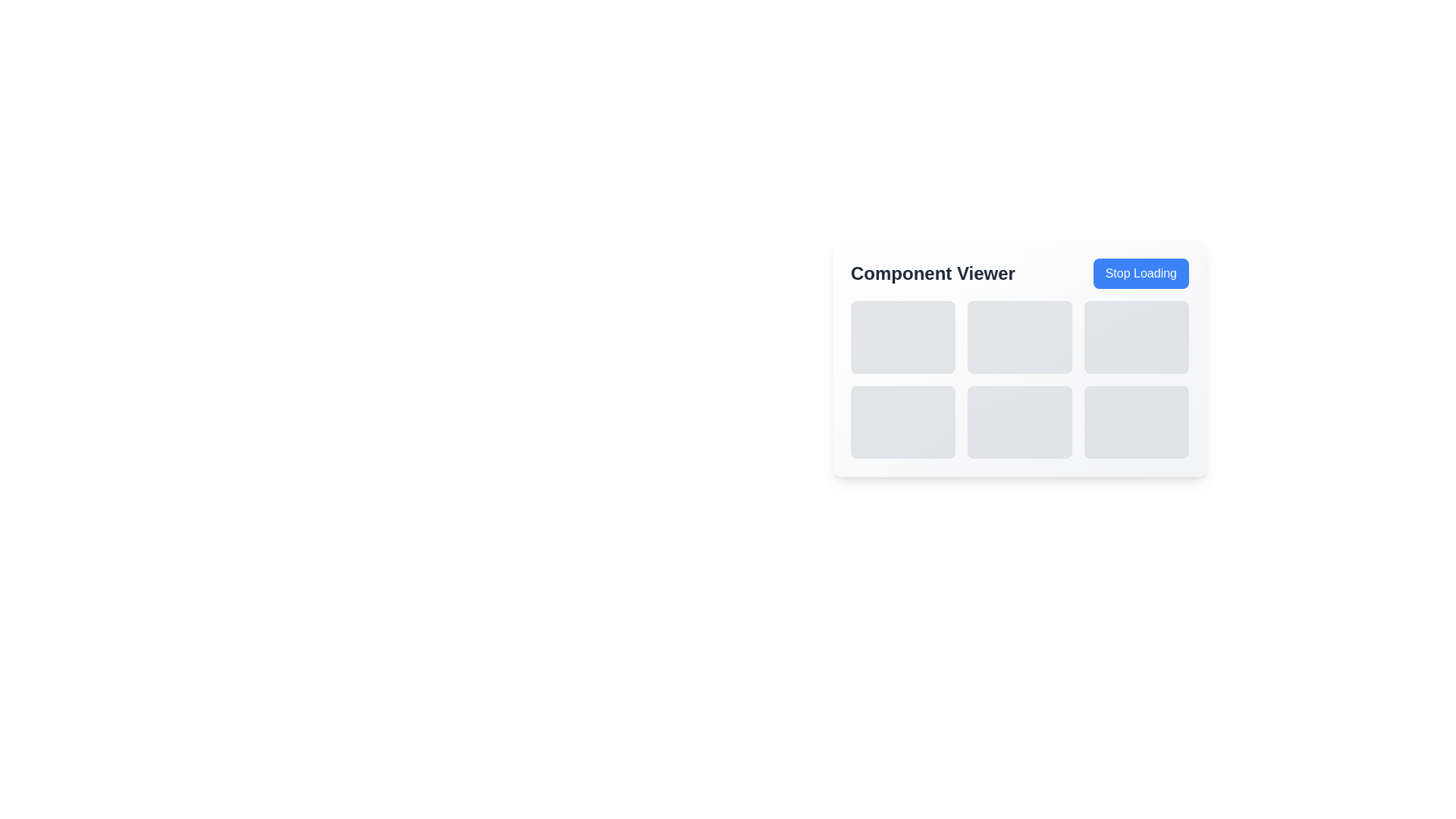 The image size is (1456, 819). Describe the element at coordinates (902, 422) in the screenshot. I see `the static block or placeholder element, which is the first item in the second row of a 3-column grid layout, located directly below the leftmost element of the first row` at that location.